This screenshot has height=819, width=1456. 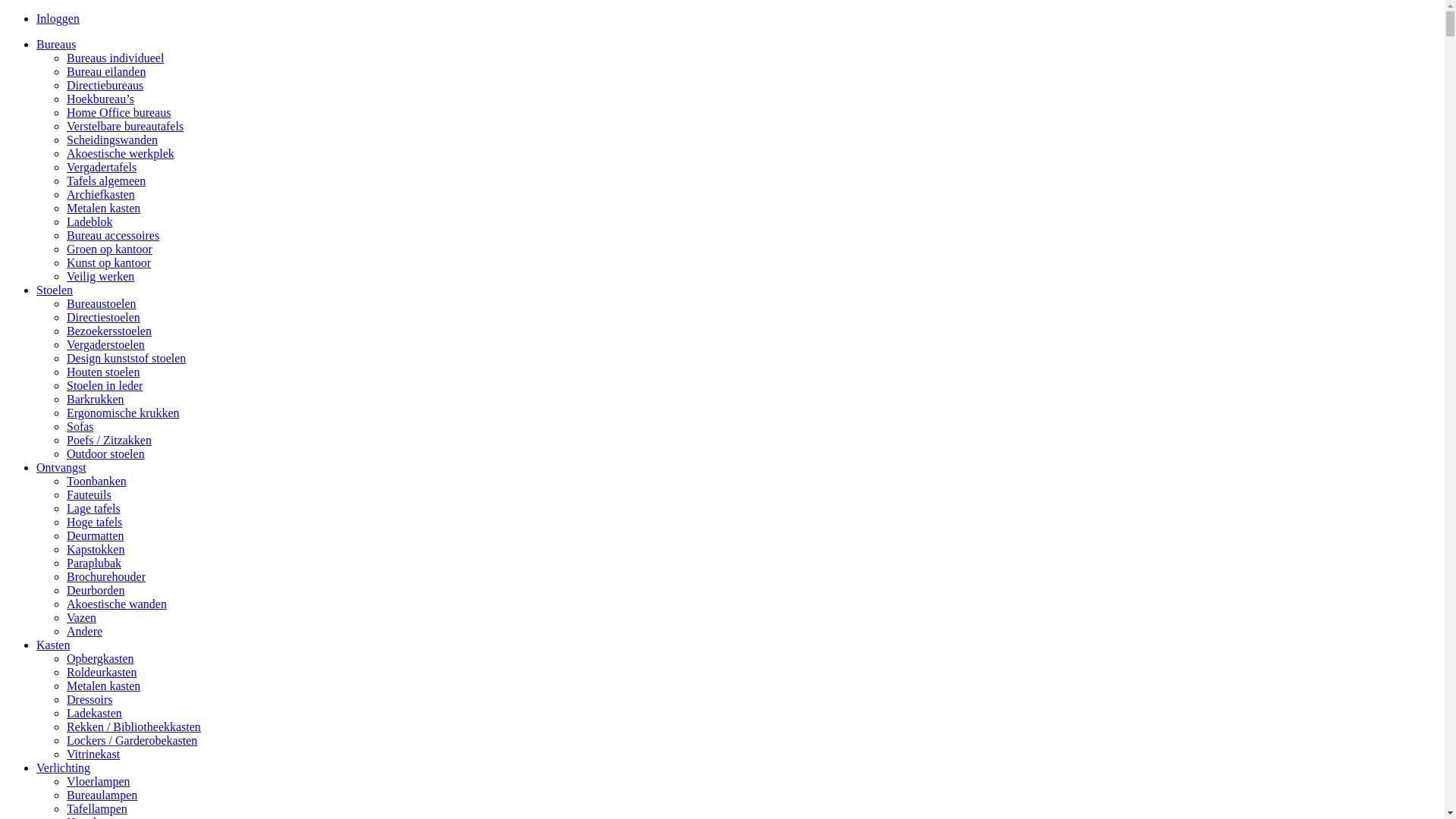 I want to click on 'Bezoekersstoelen', so click(x=108, y=330).